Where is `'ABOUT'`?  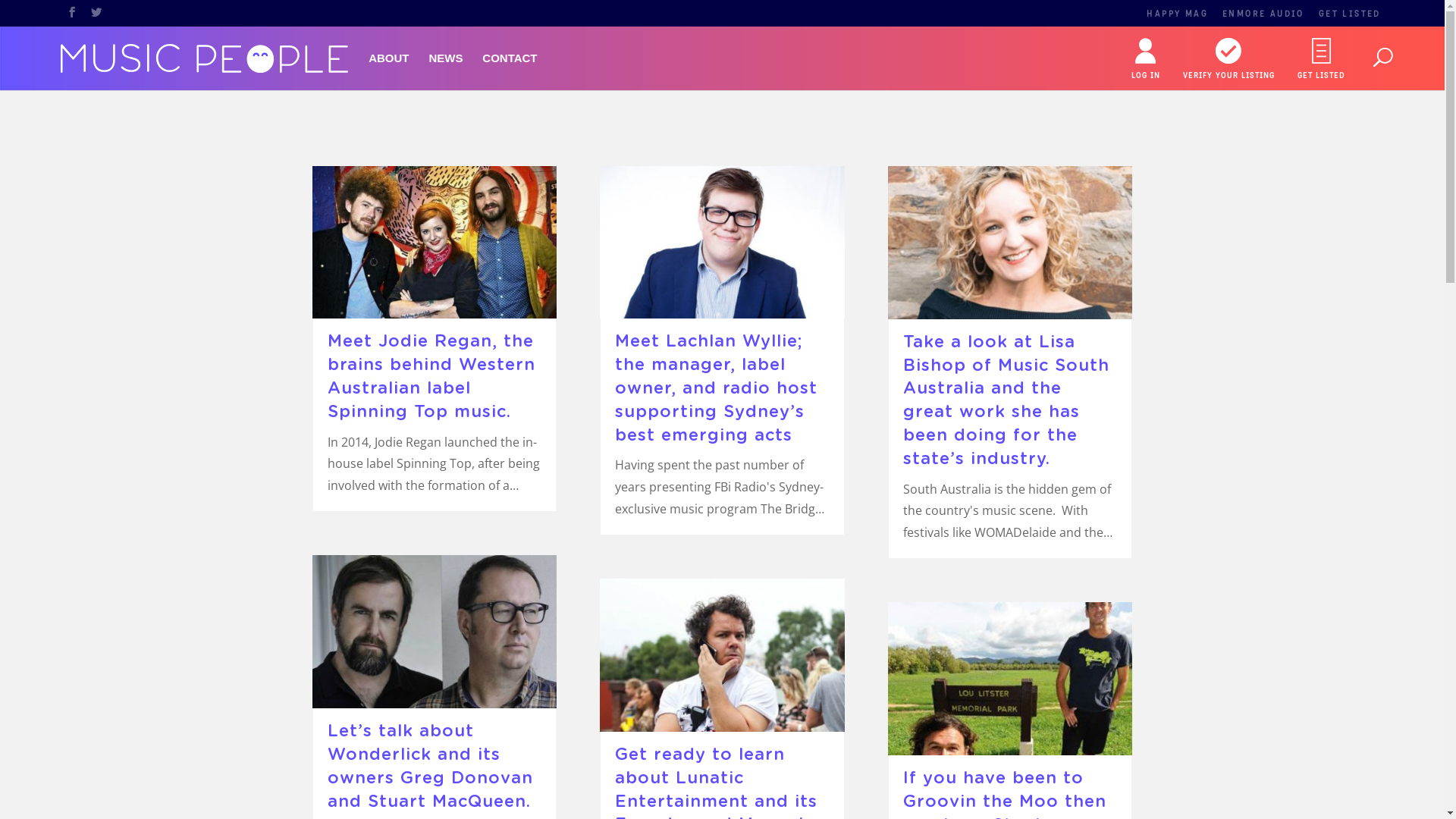
'ABOUT' is located at coordinates (388, 71).